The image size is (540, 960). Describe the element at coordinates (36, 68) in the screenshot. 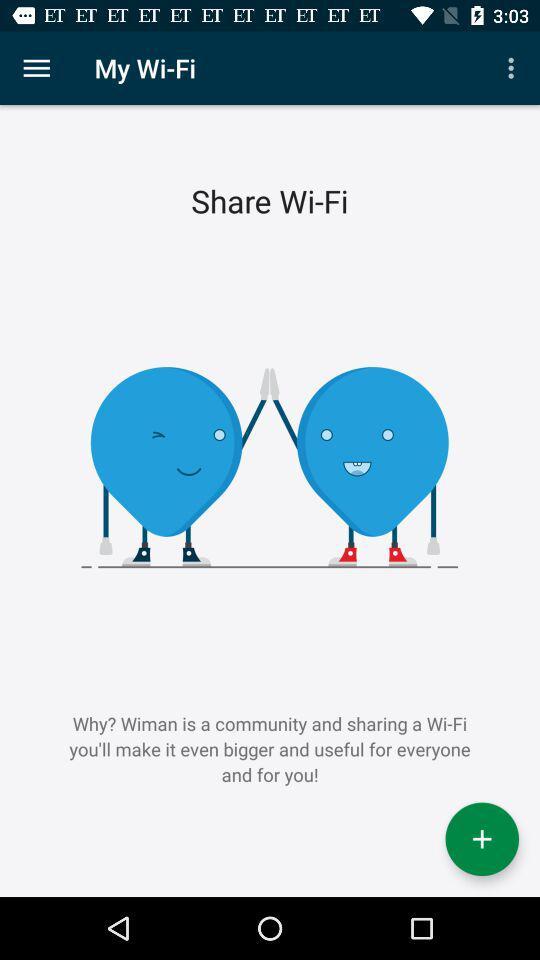

I see `its a menu button in app which you click and menu from left will pop up` at that location.